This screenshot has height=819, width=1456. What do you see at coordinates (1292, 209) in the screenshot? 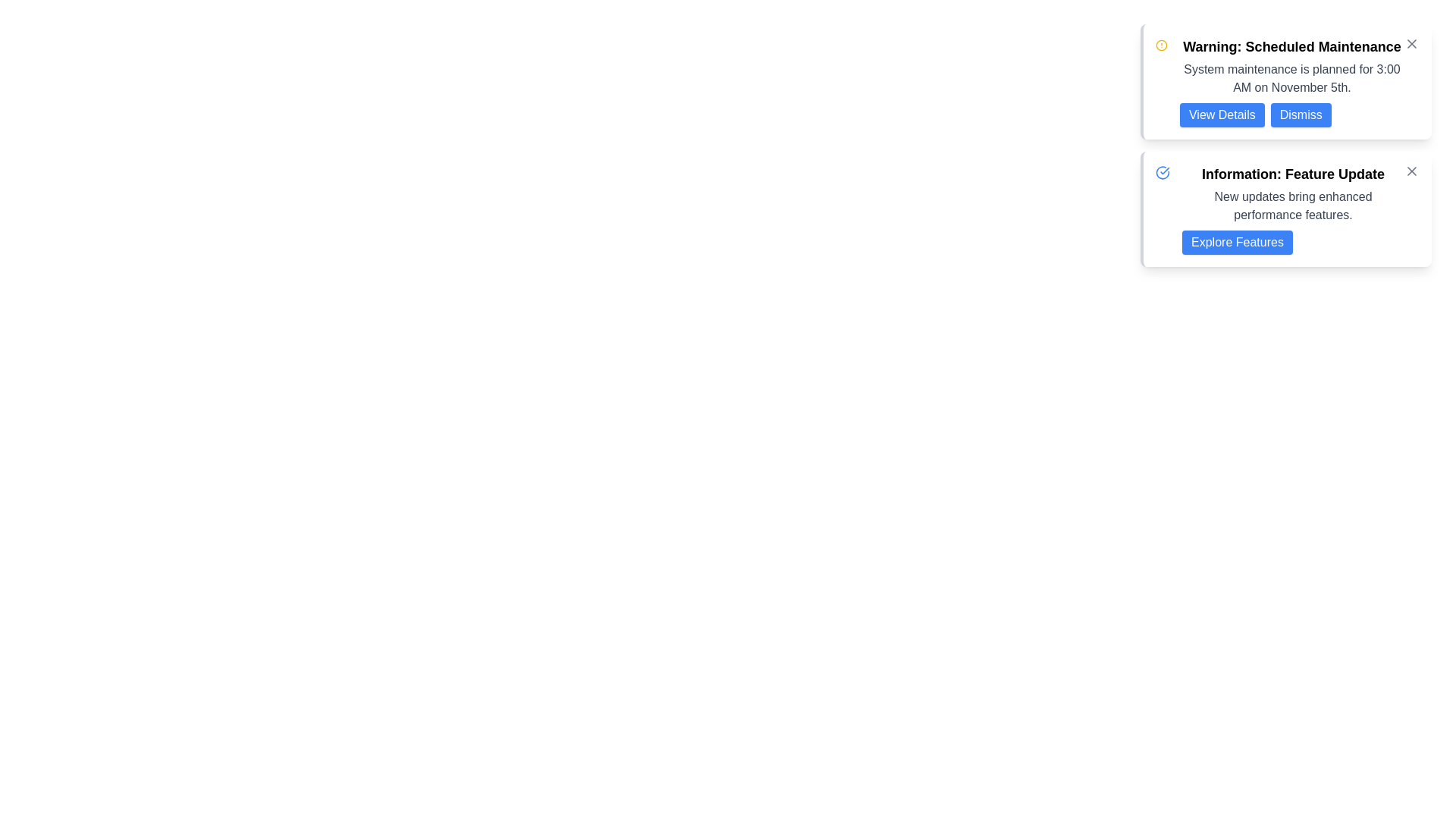
I see `text of the information card about the feature update, which is located on the right side of the interface and is the second card in a vertical stack` at bounding box center [1292, 209].